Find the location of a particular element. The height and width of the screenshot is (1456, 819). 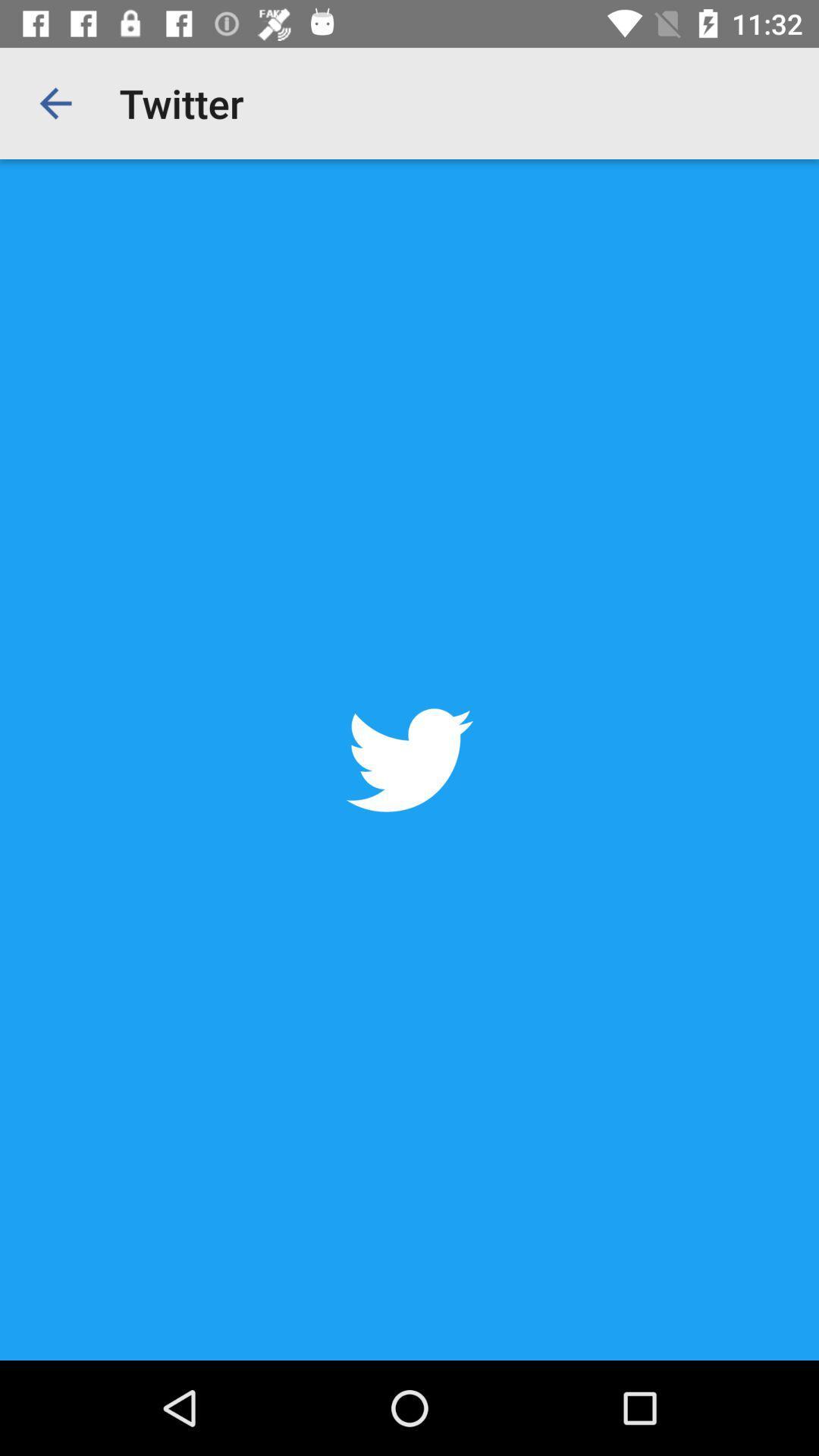

the app next to the twitter app is located at coordinates (55, 102).